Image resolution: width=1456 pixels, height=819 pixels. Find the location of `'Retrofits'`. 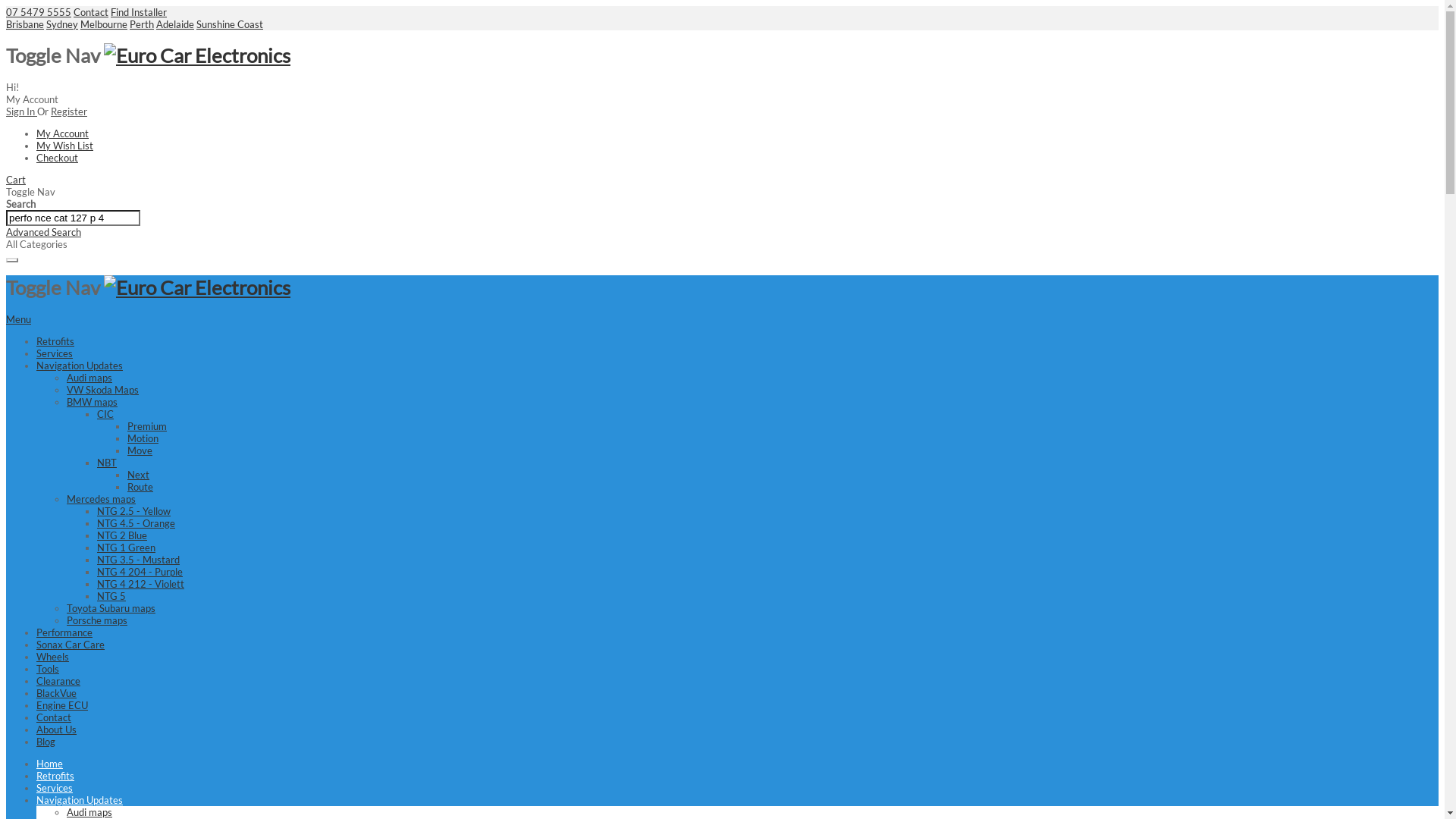

'Retrofits' is located at coordinates (55, 775).